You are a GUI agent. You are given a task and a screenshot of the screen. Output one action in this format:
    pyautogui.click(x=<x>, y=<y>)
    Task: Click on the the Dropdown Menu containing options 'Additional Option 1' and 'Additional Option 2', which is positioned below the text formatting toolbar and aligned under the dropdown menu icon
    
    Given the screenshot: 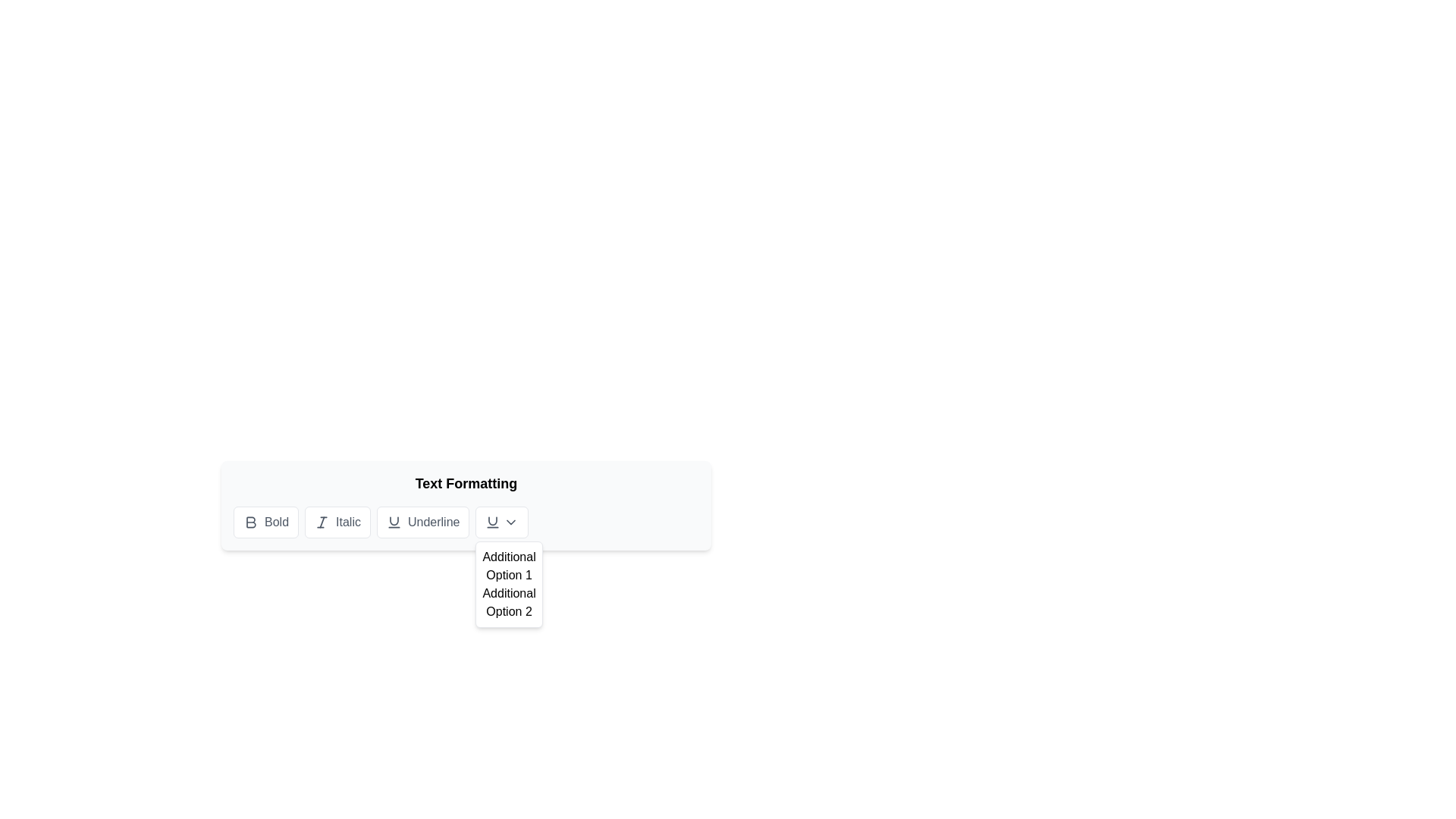 What is the action you would take?
    pyautogui.click(x=509, y=584)
    